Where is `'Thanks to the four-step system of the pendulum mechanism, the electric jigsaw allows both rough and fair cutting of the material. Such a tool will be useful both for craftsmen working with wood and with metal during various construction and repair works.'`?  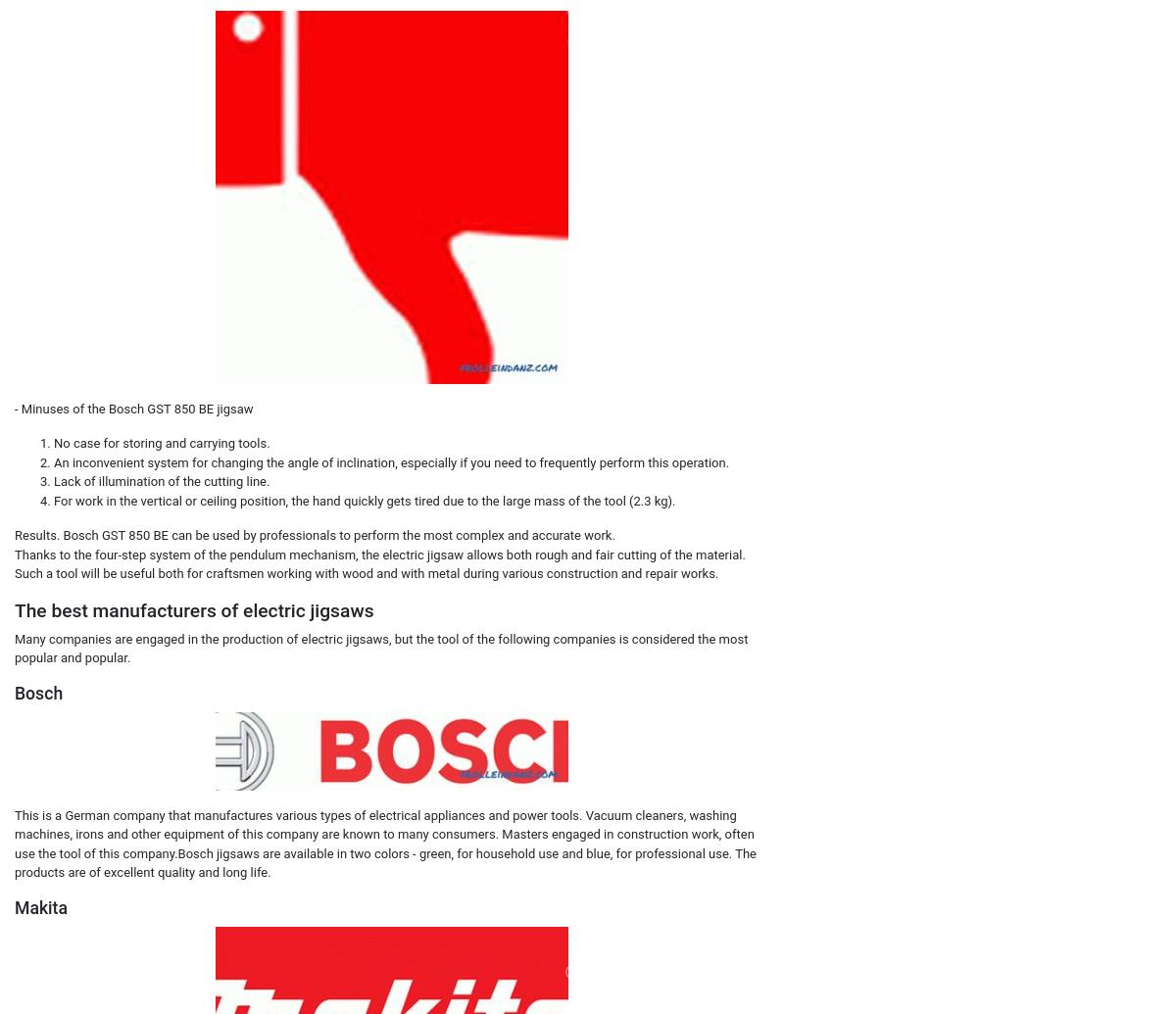 'Thanks to the four-step system of the pendulum mechanism, the electric jigsaw allows both rough and fair cutting of the material. Such a tool will be useful both for craftsmen working with wood and with metal during various construction and repair works.' is located at coordinates (379, 562).